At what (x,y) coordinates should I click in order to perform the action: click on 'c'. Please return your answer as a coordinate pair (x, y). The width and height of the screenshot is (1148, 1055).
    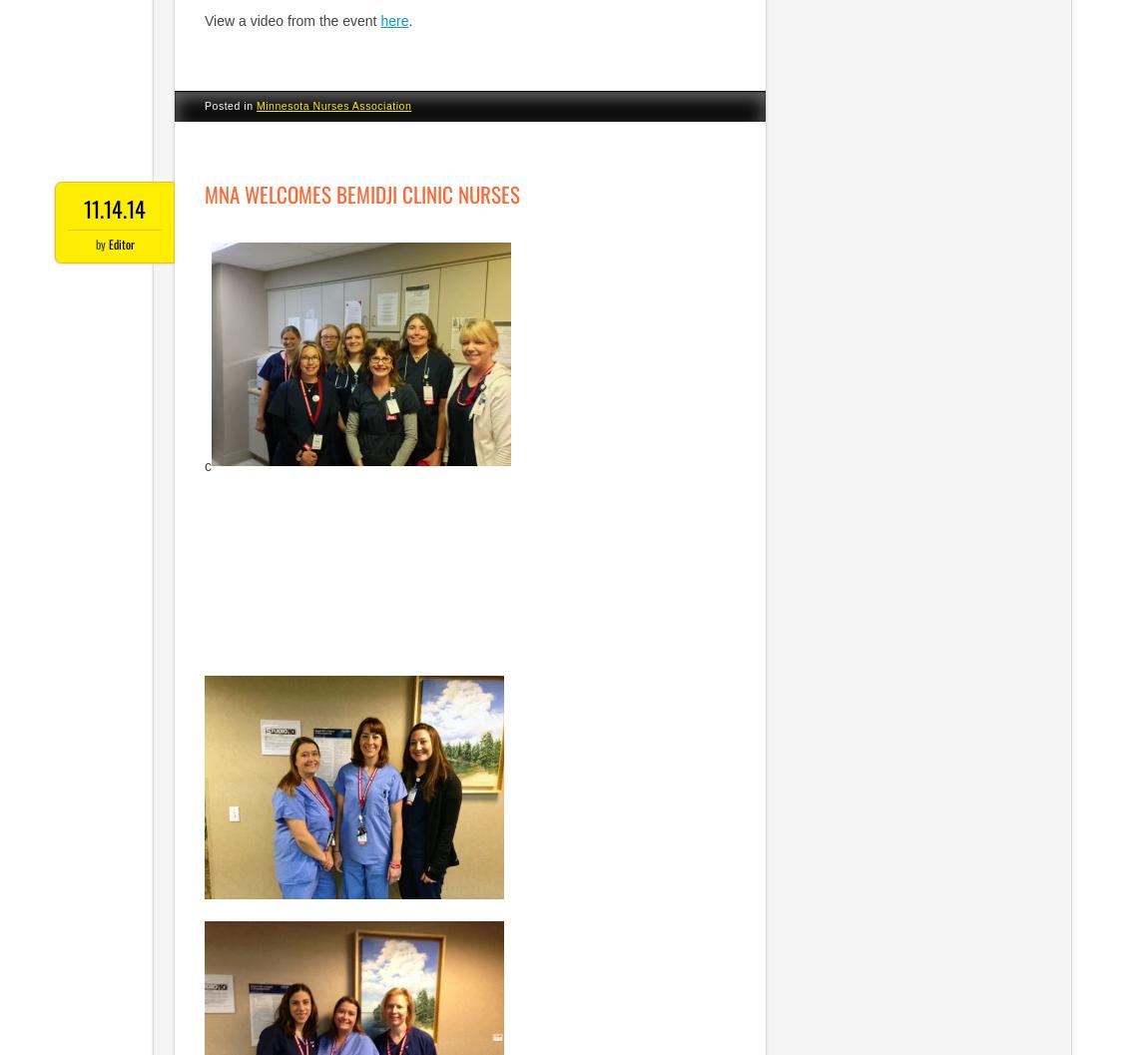
    Looking at the image, I should click on (207, 465).